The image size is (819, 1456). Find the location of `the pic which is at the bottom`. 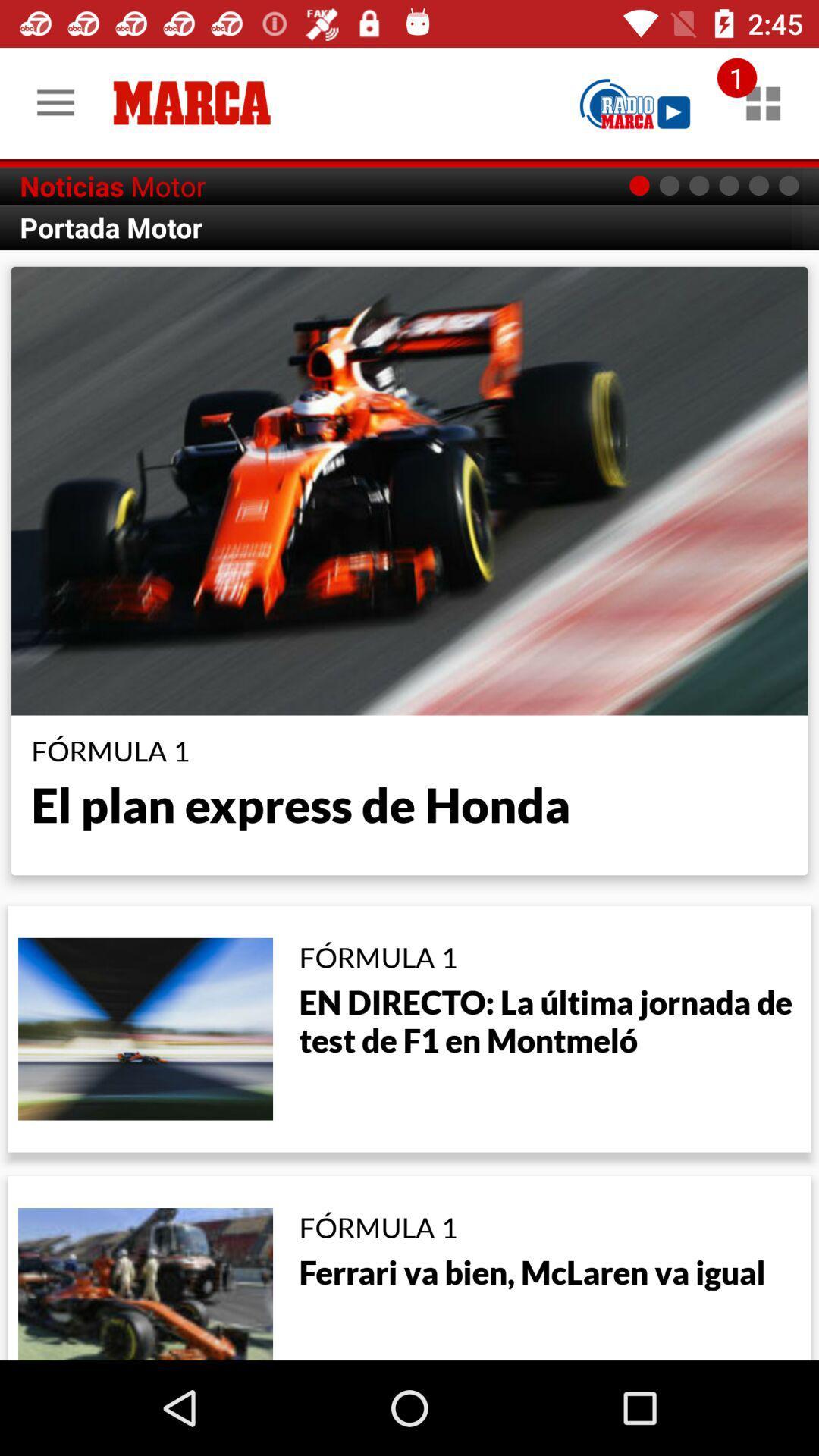

the pic which is at the bottom is located at coordinates (146, 1282).